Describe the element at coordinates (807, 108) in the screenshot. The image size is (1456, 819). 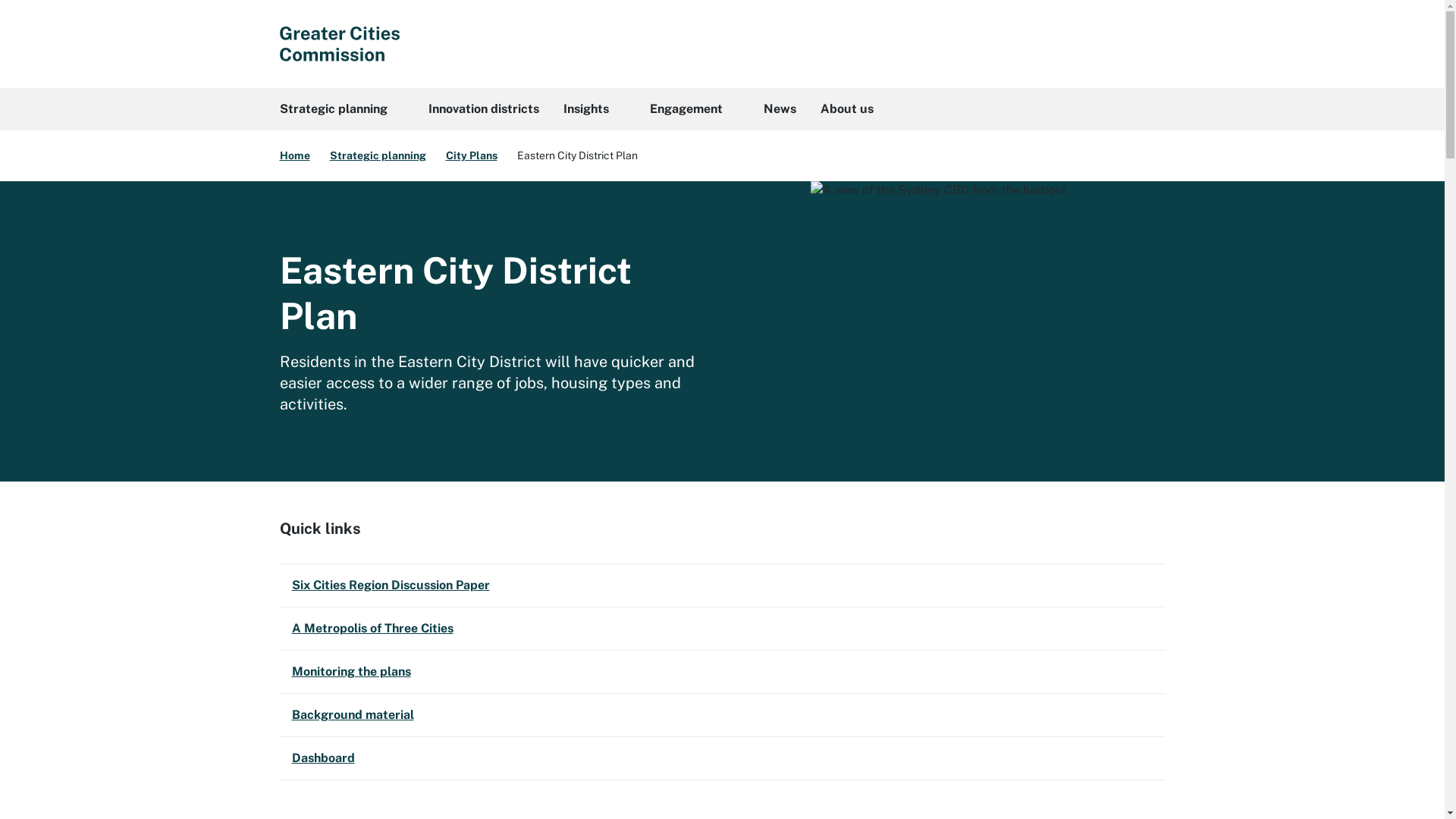
I see `'About us'` at that location.